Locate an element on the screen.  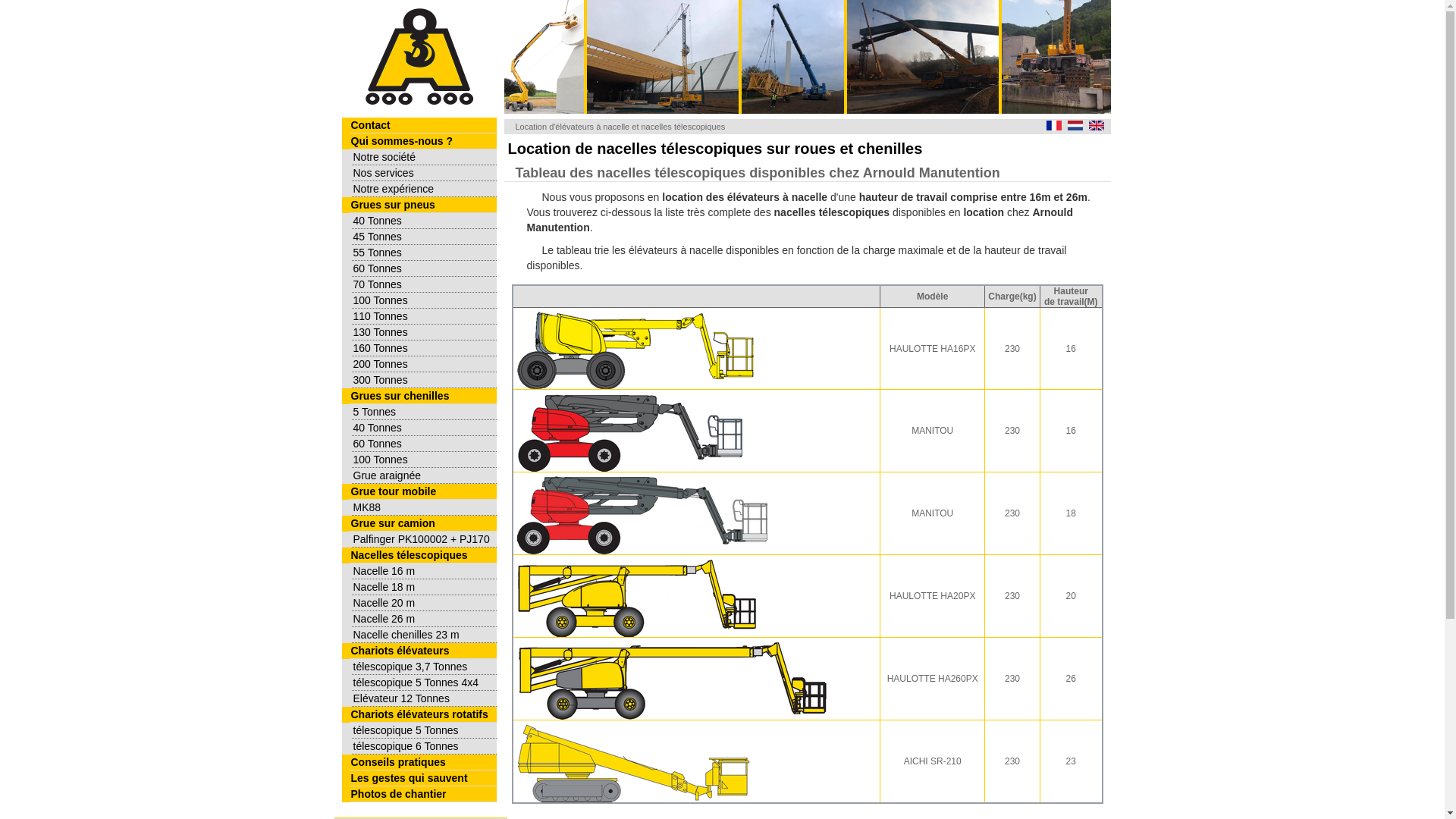
'Contact' is located at coordinates (422, 124).